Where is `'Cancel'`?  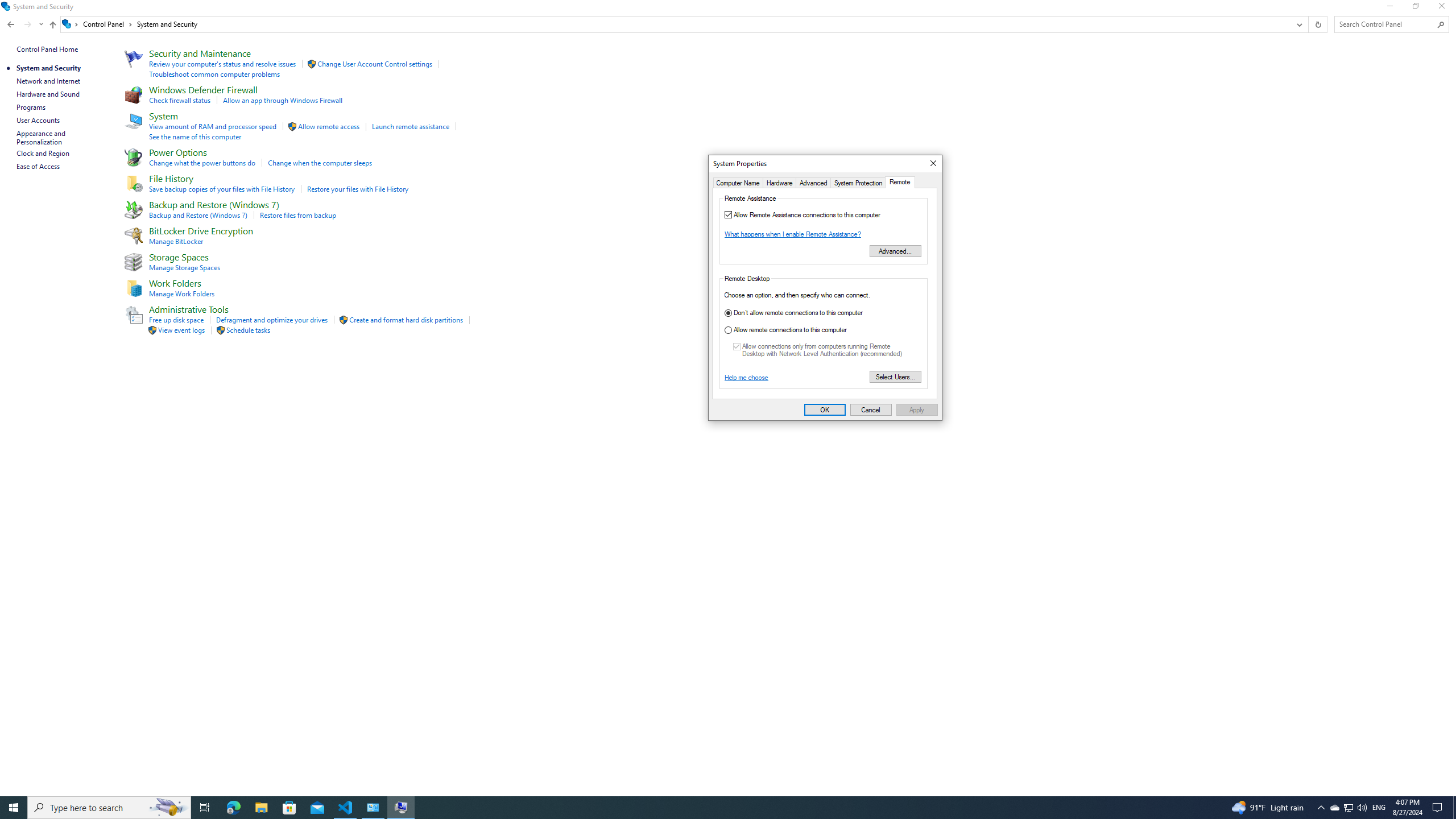
'Cancel' is located at coordinates (871, 409).